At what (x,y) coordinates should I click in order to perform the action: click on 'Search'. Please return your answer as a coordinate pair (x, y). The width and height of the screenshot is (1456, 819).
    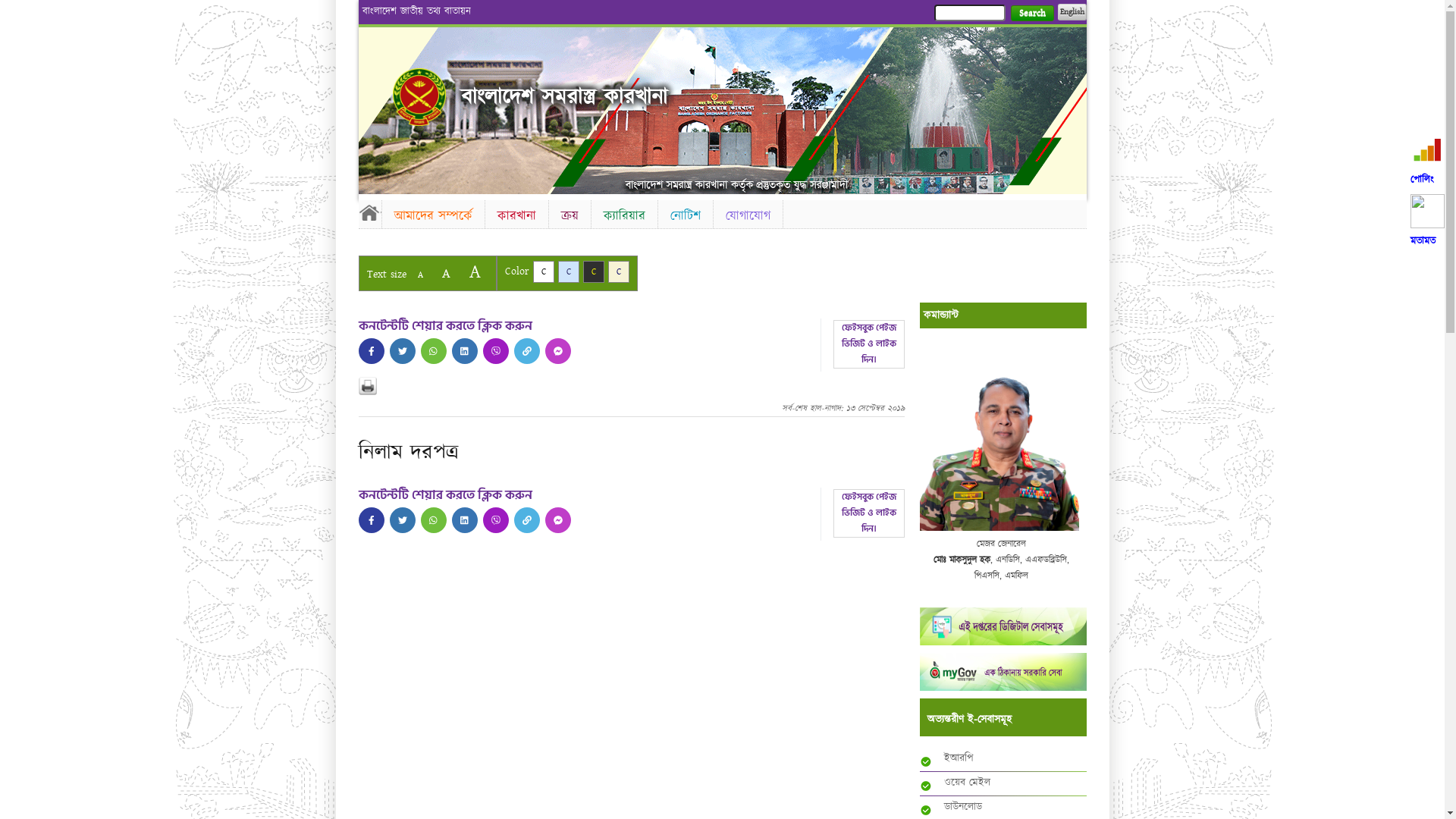
    Looking at the image, I should click on (1031, 13).